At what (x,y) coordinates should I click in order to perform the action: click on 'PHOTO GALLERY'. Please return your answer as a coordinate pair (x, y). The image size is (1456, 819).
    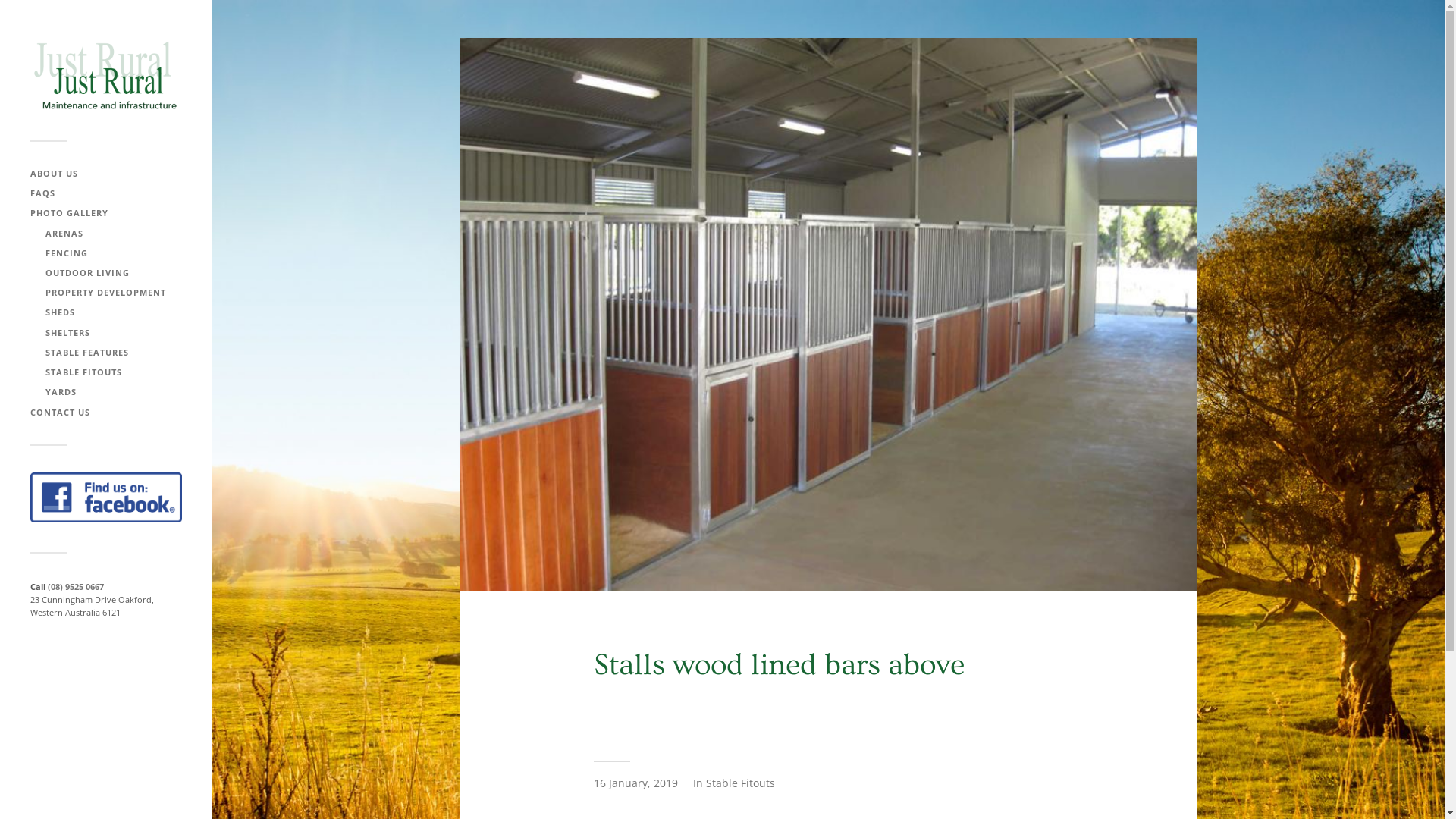
    Looking at the image, I should click on (68, 212).